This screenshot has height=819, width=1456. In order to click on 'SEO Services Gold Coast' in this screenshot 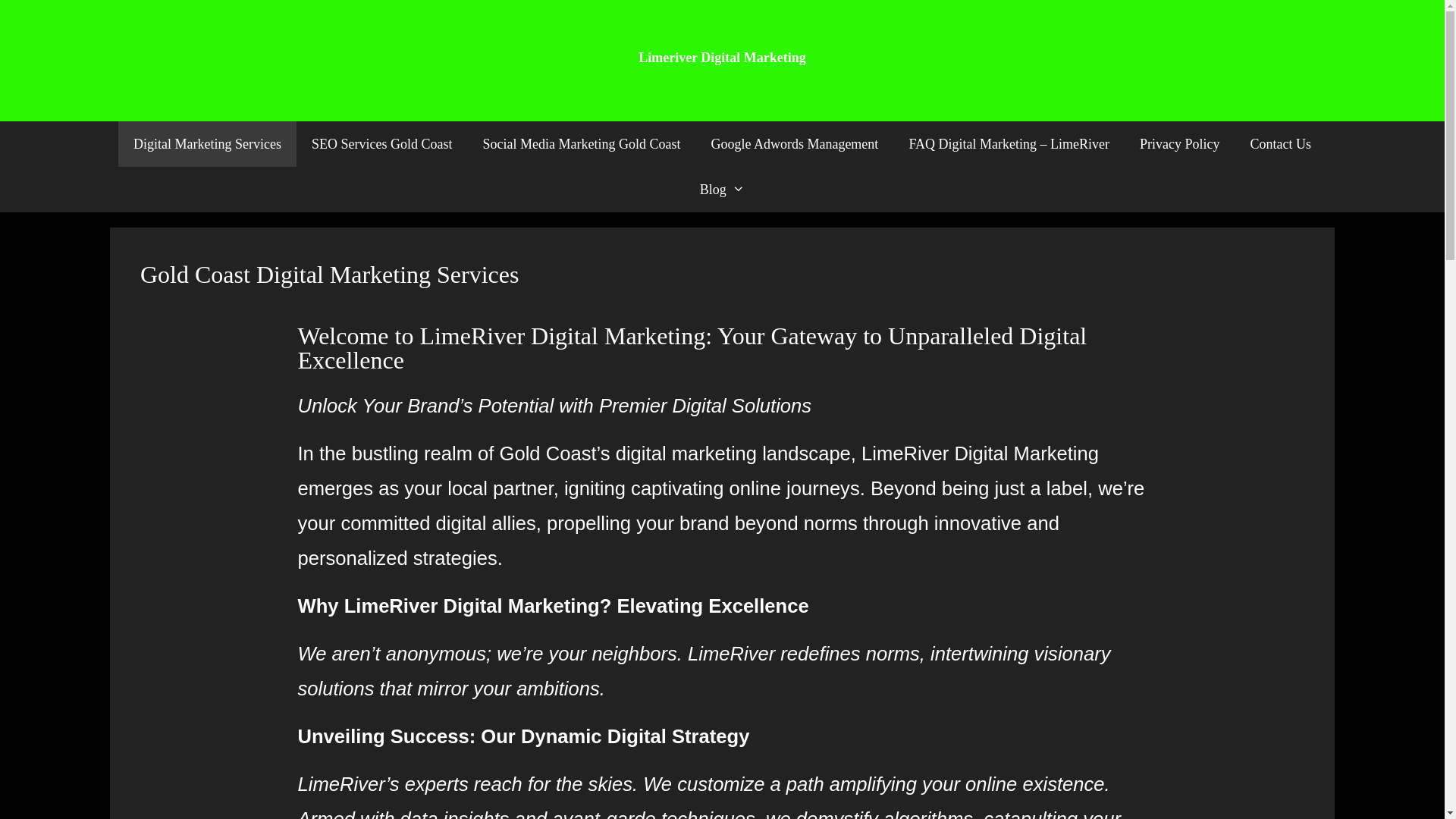, I will do `click(381, 143)`.